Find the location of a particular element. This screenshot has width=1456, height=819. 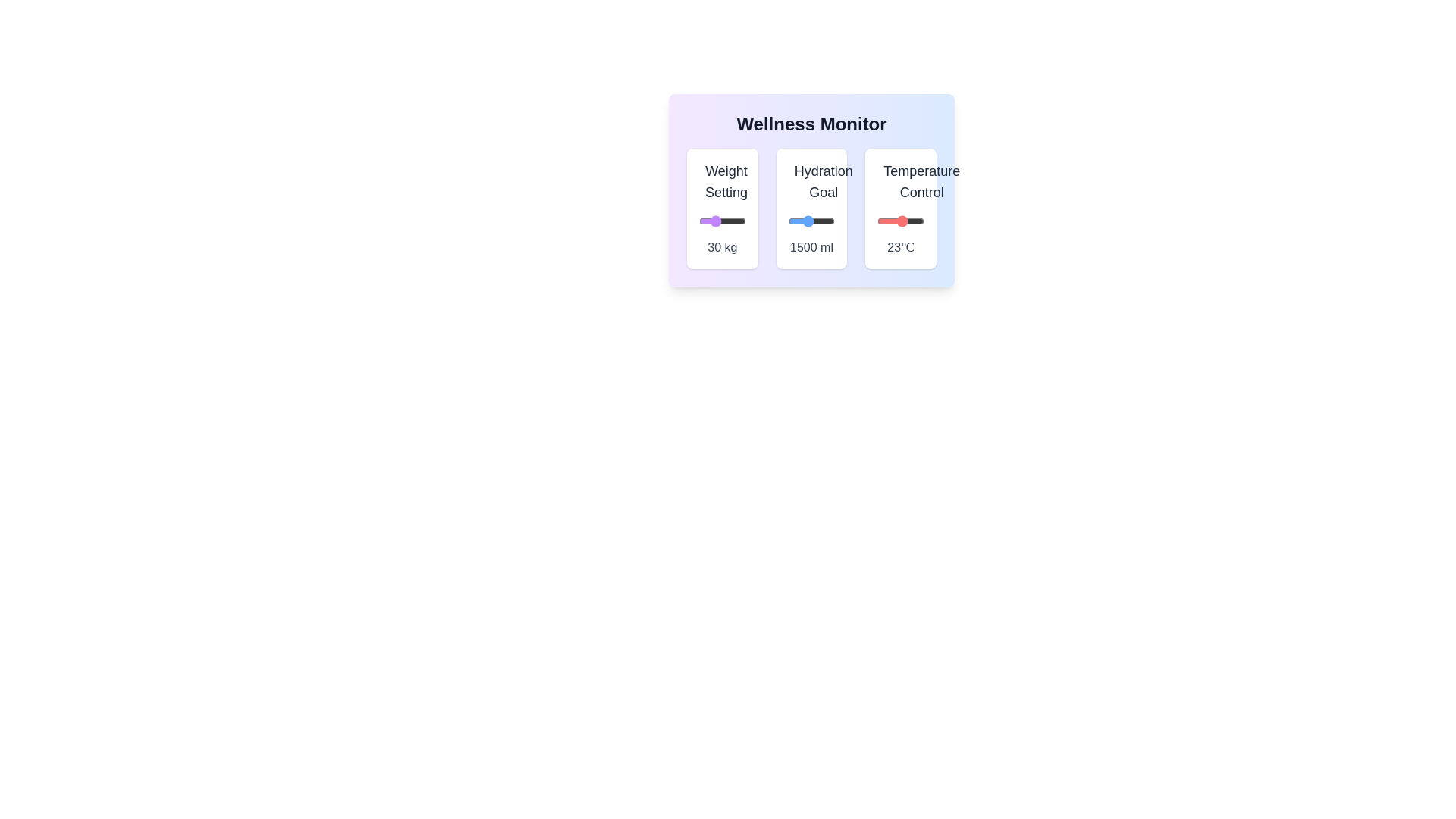

the text label that describes the hydration goal tracking feature located under the main heading 'Wellness Monitor' in the middle column of the layout is located at coordinates (823, 180).